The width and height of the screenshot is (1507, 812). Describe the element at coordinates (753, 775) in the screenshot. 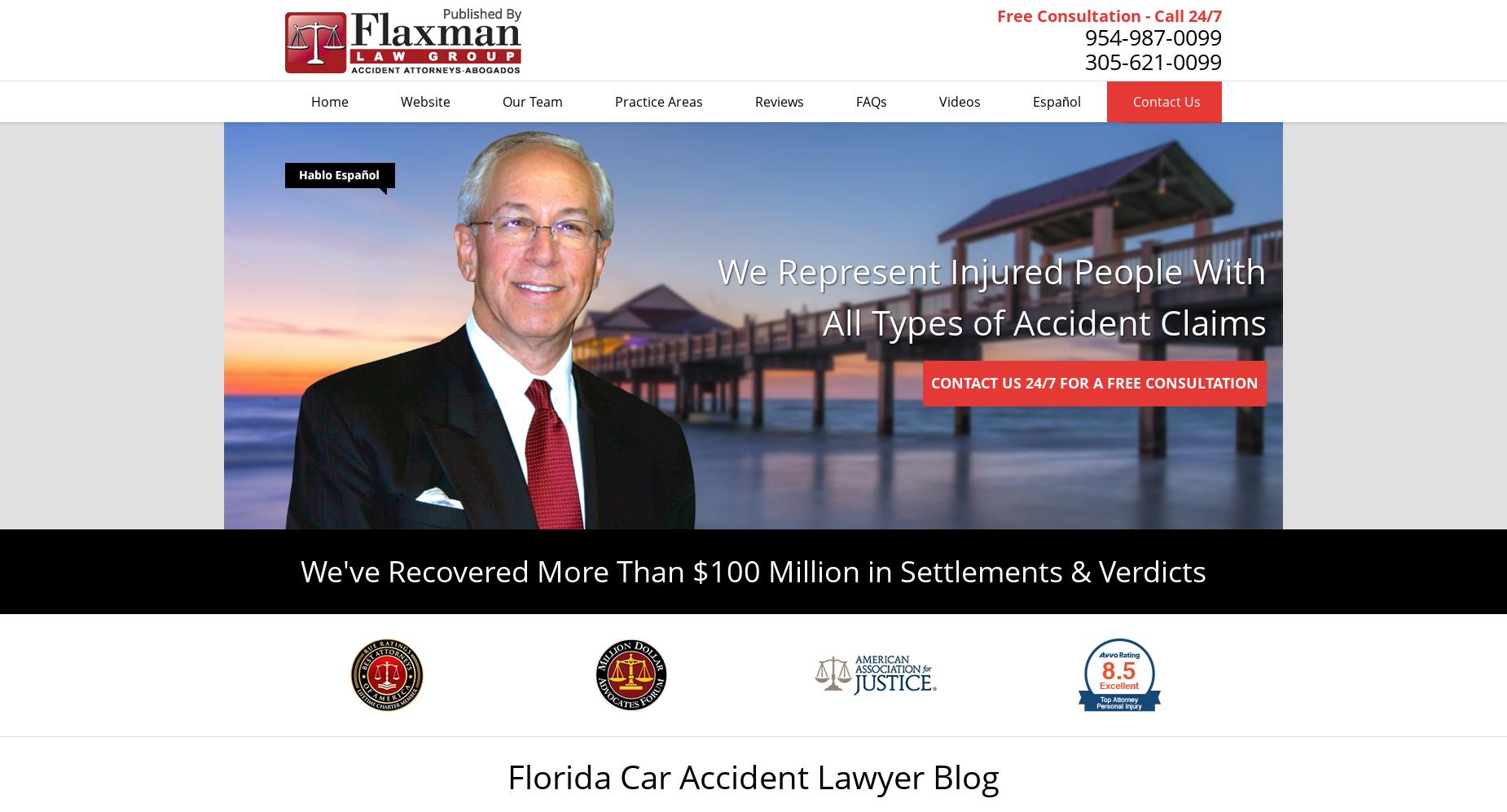

I see `'Florida Car Accident Lawyer Blog'` at that location.